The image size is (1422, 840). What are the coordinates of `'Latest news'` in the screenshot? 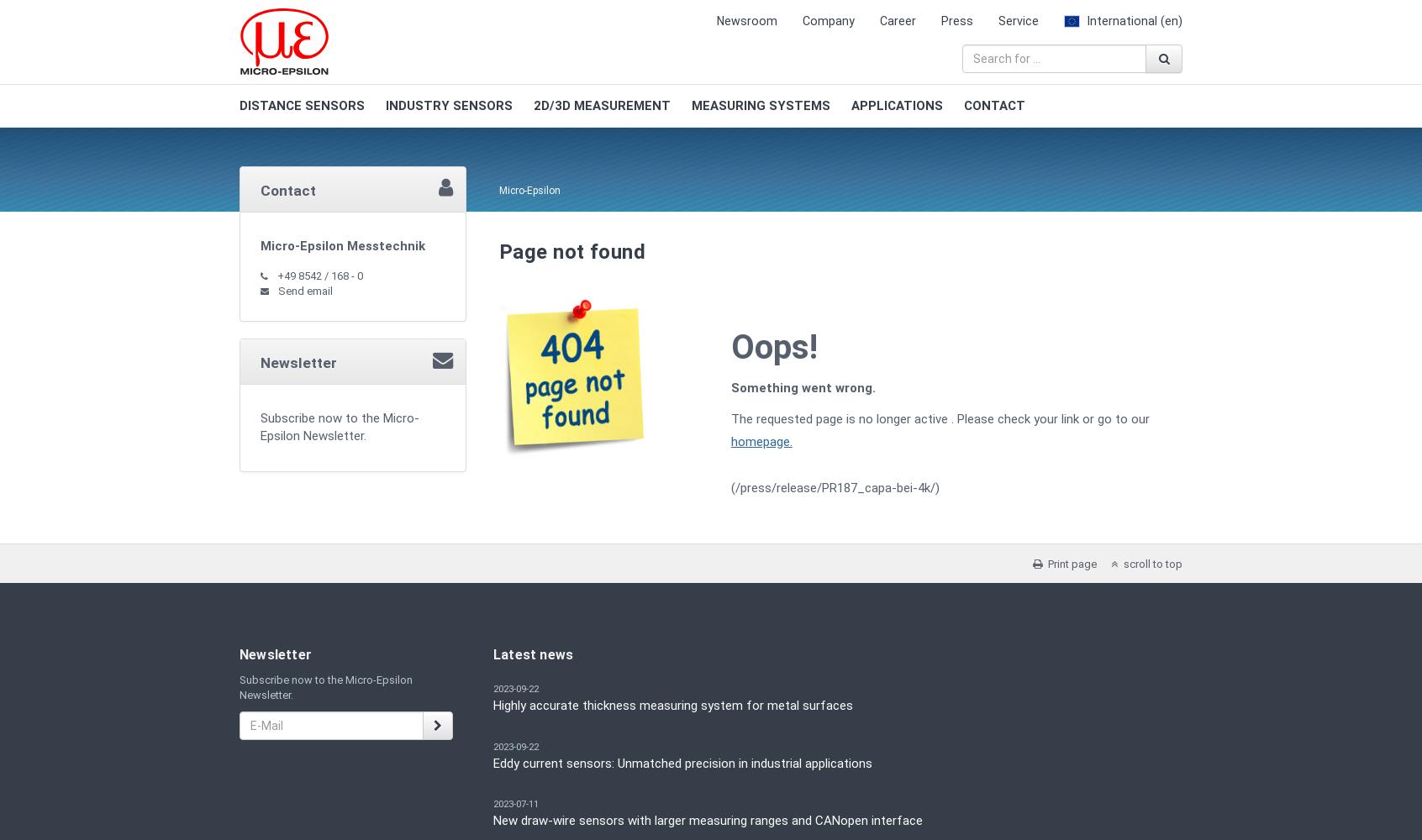 It's located at (532, 654).